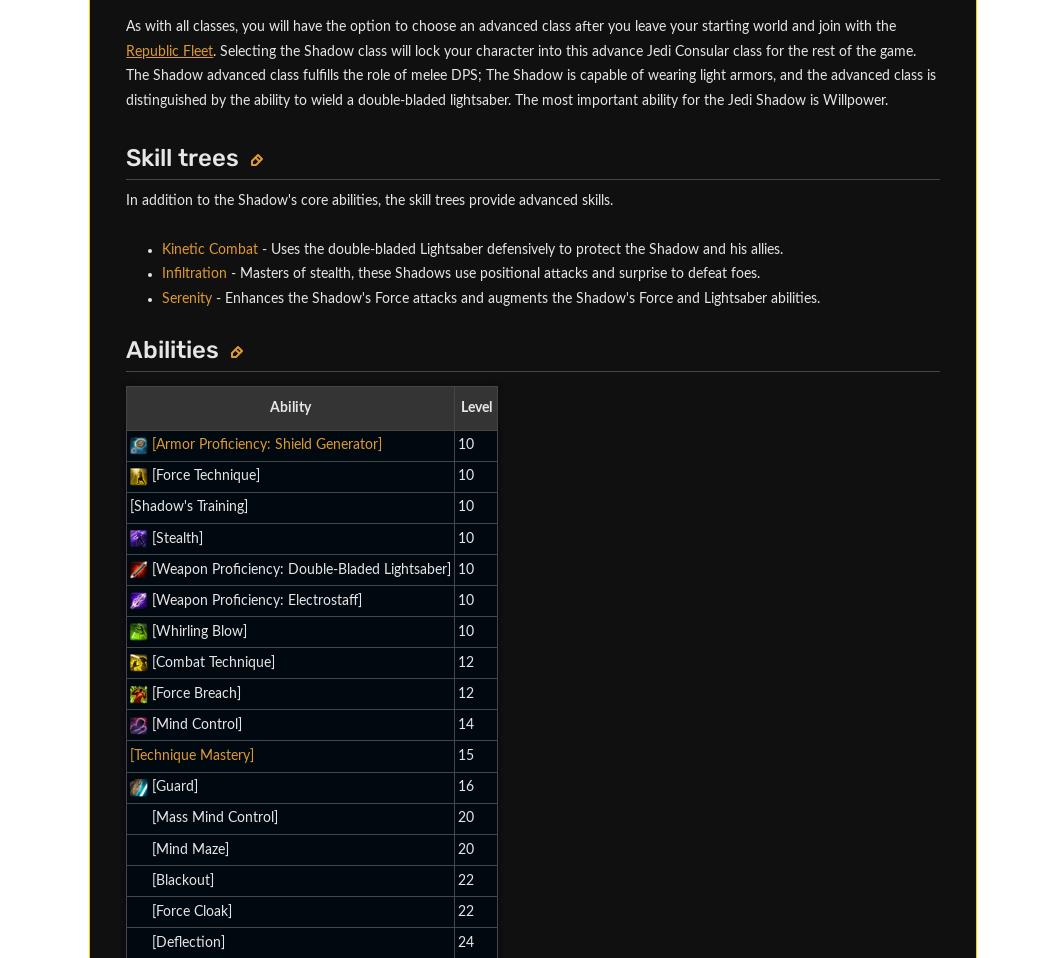  Describe the element at coordinates (83, 894) in the screenshot. I see `'Follow Us'` at that location.